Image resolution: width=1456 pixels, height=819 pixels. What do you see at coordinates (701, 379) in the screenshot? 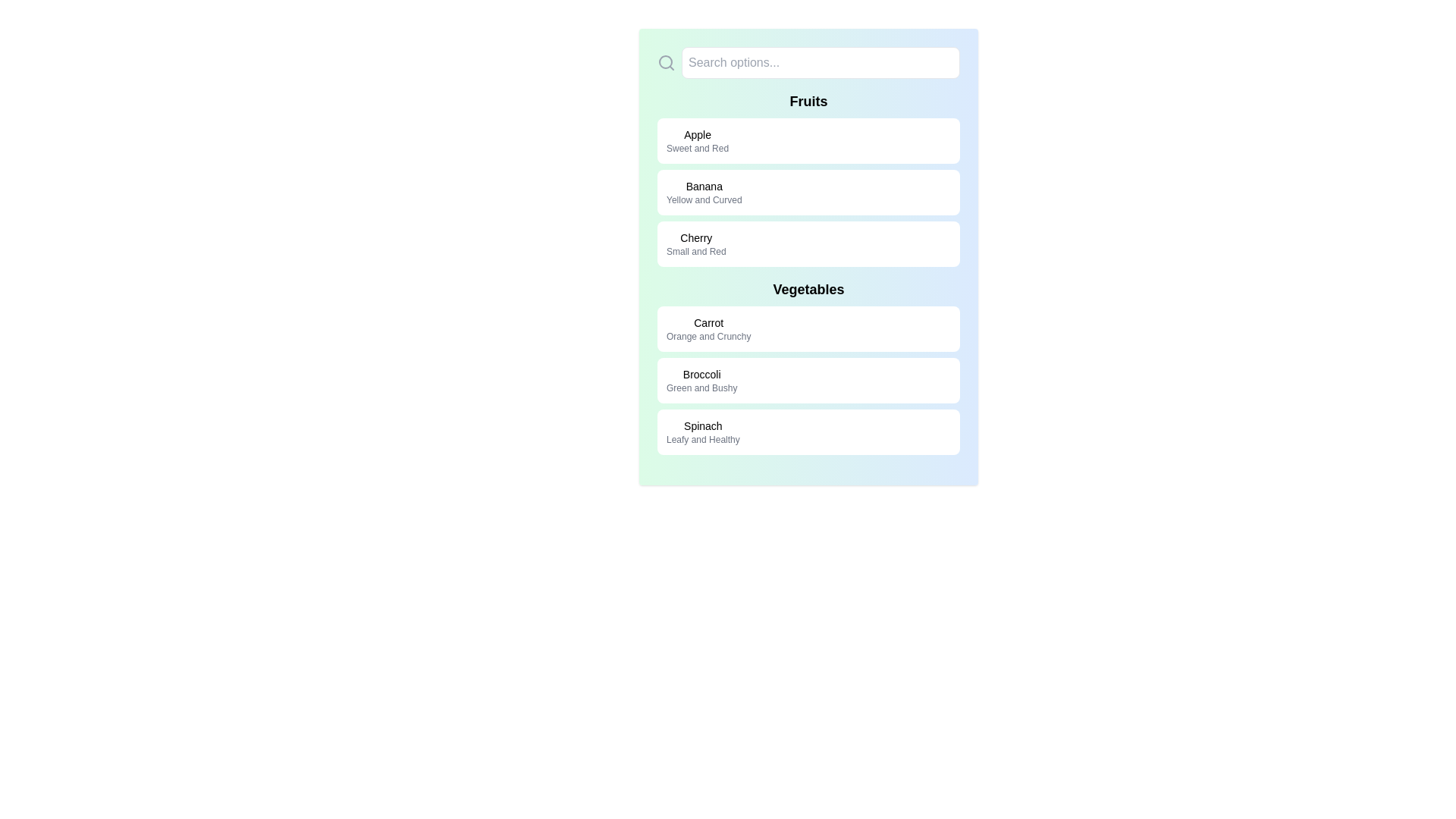
I see `the Text Display element that shows information about Broccoli, located in the third card under the 'Vegetables' category, positioned below the 'Carrot' card and above the 'Spinach' card` at bounding box center [701, 379].